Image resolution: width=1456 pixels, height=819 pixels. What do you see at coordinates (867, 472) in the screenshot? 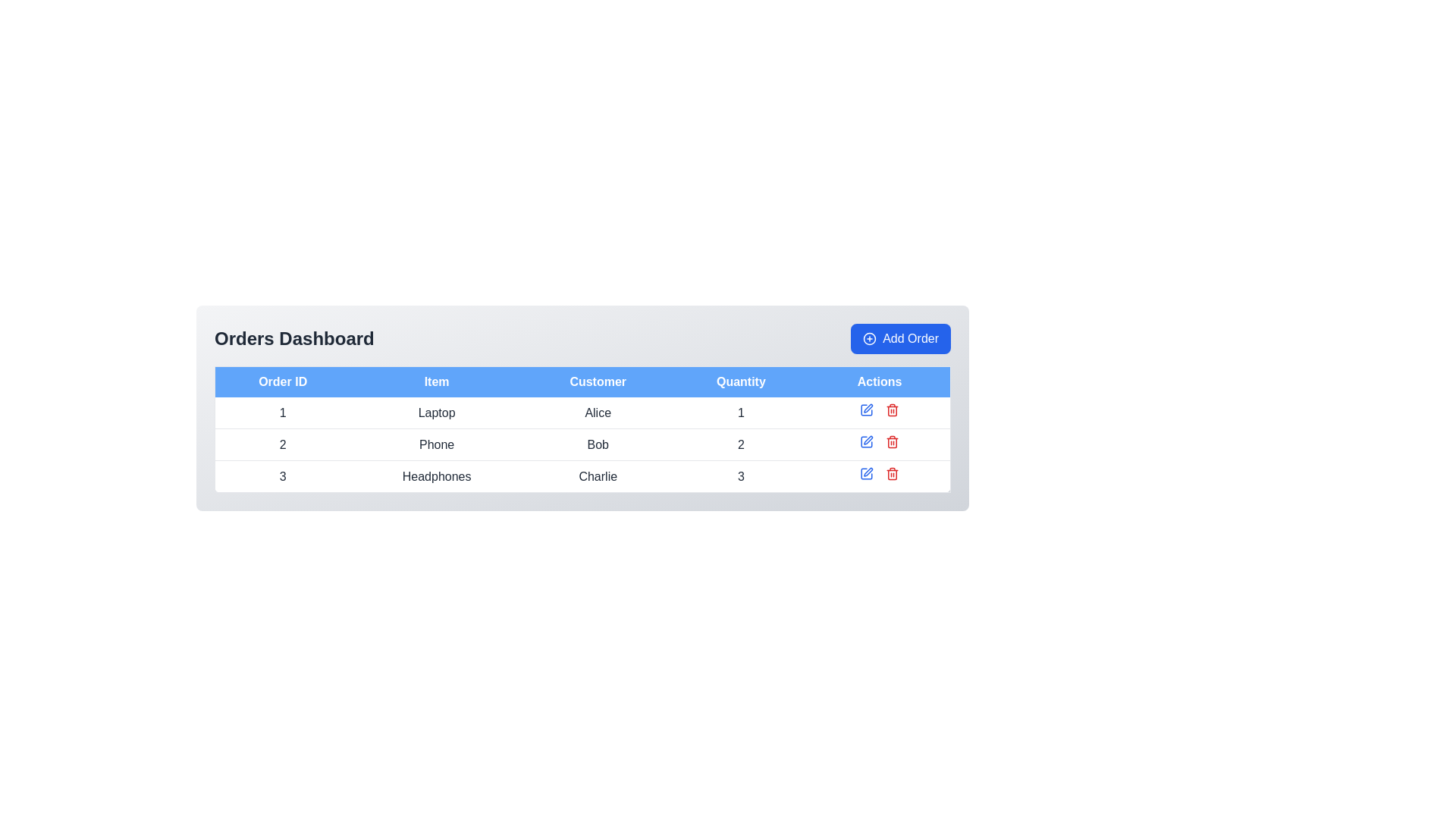
I see `the edit icon in the 'Actions' column for the third row corresponding to 'Charlie' and 'Headphones'` at bounding box center [867, 472].